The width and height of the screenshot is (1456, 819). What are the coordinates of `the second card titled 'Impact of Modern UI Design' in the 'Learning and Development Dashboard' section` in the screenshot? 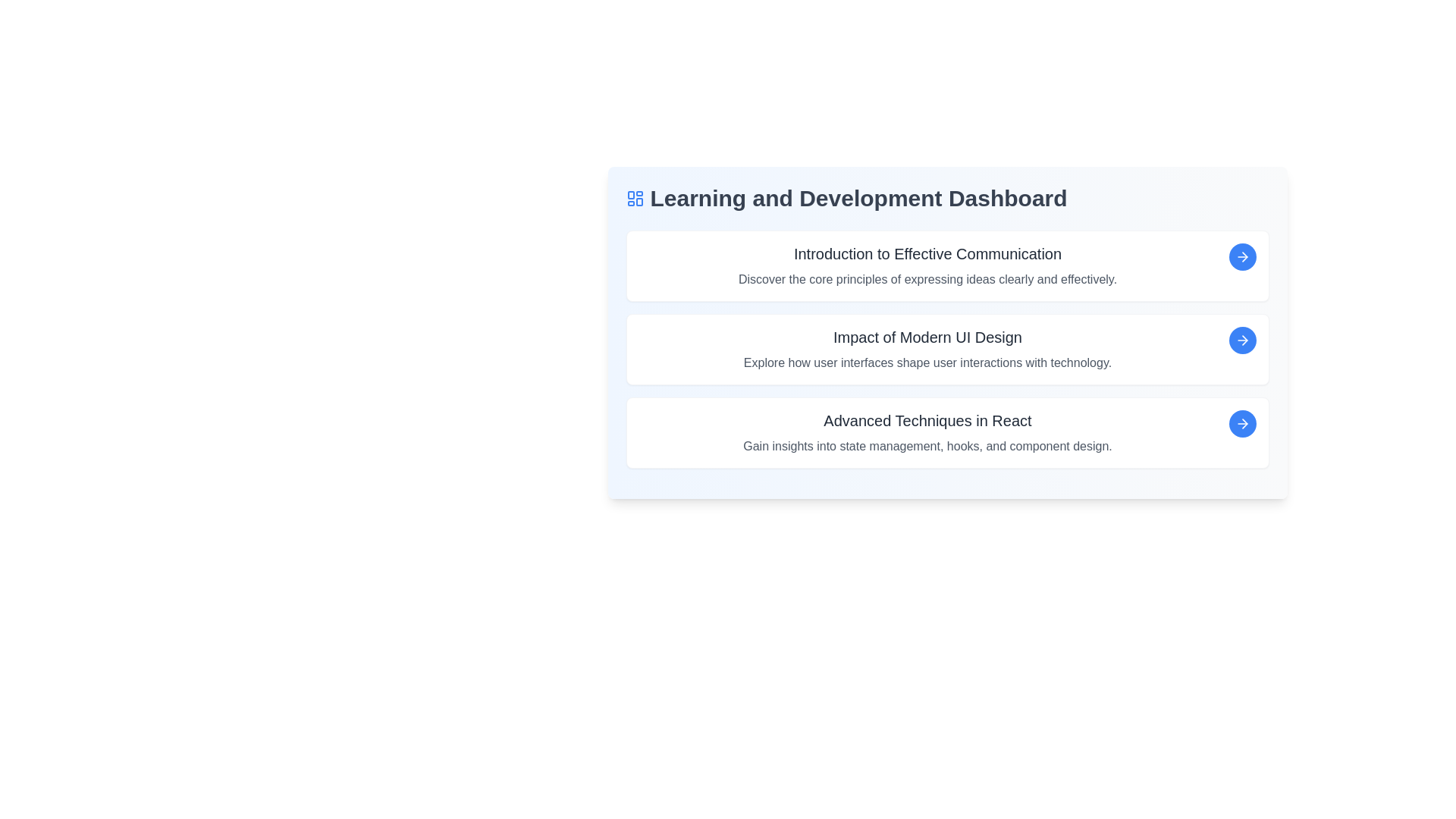 It's located at (946, 350).